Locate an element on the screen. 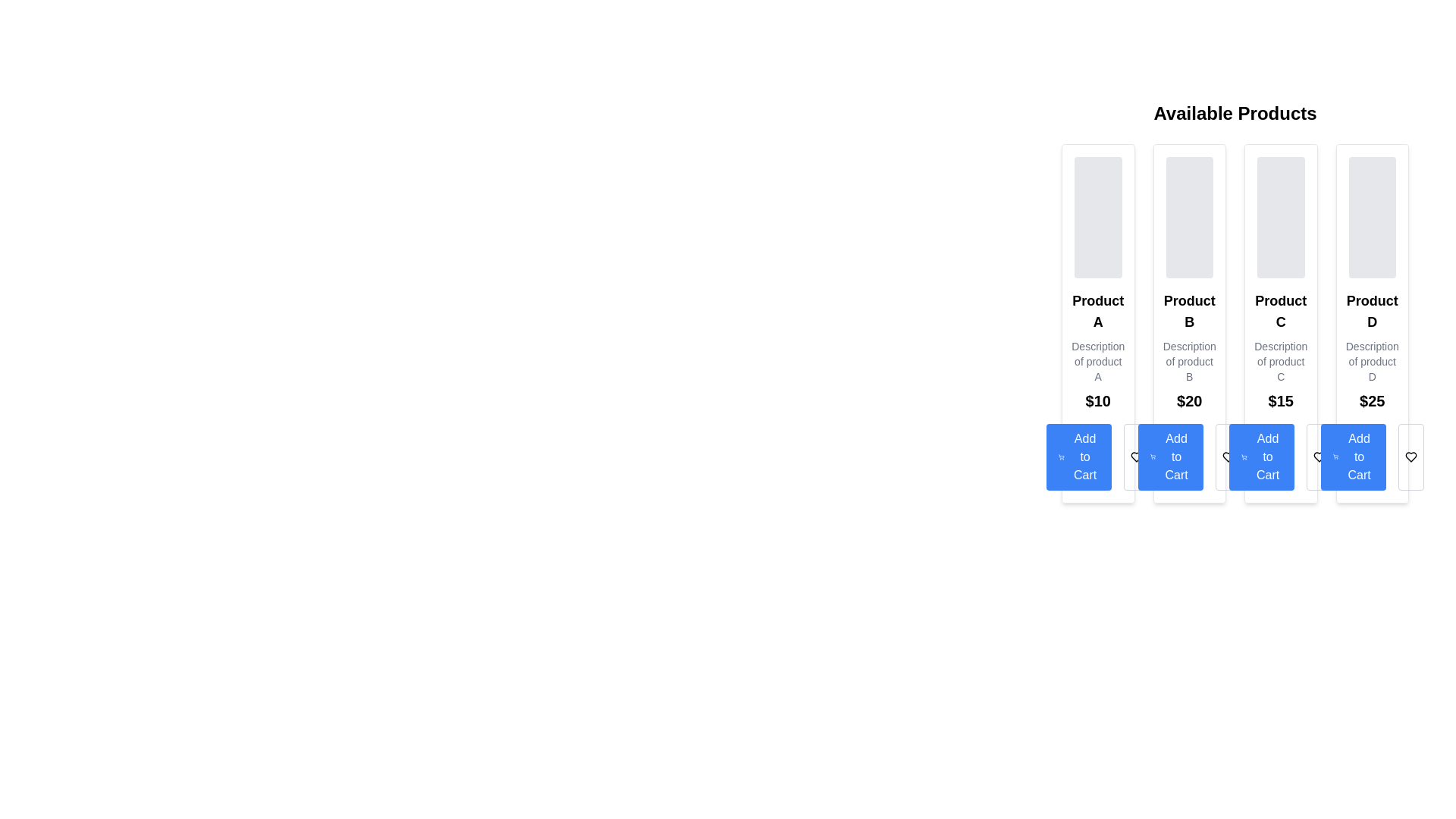 This screenshot has width=1456, height=819. the 'Add to Cart' button for 'Product D' is located at coordinates (1372, 456).